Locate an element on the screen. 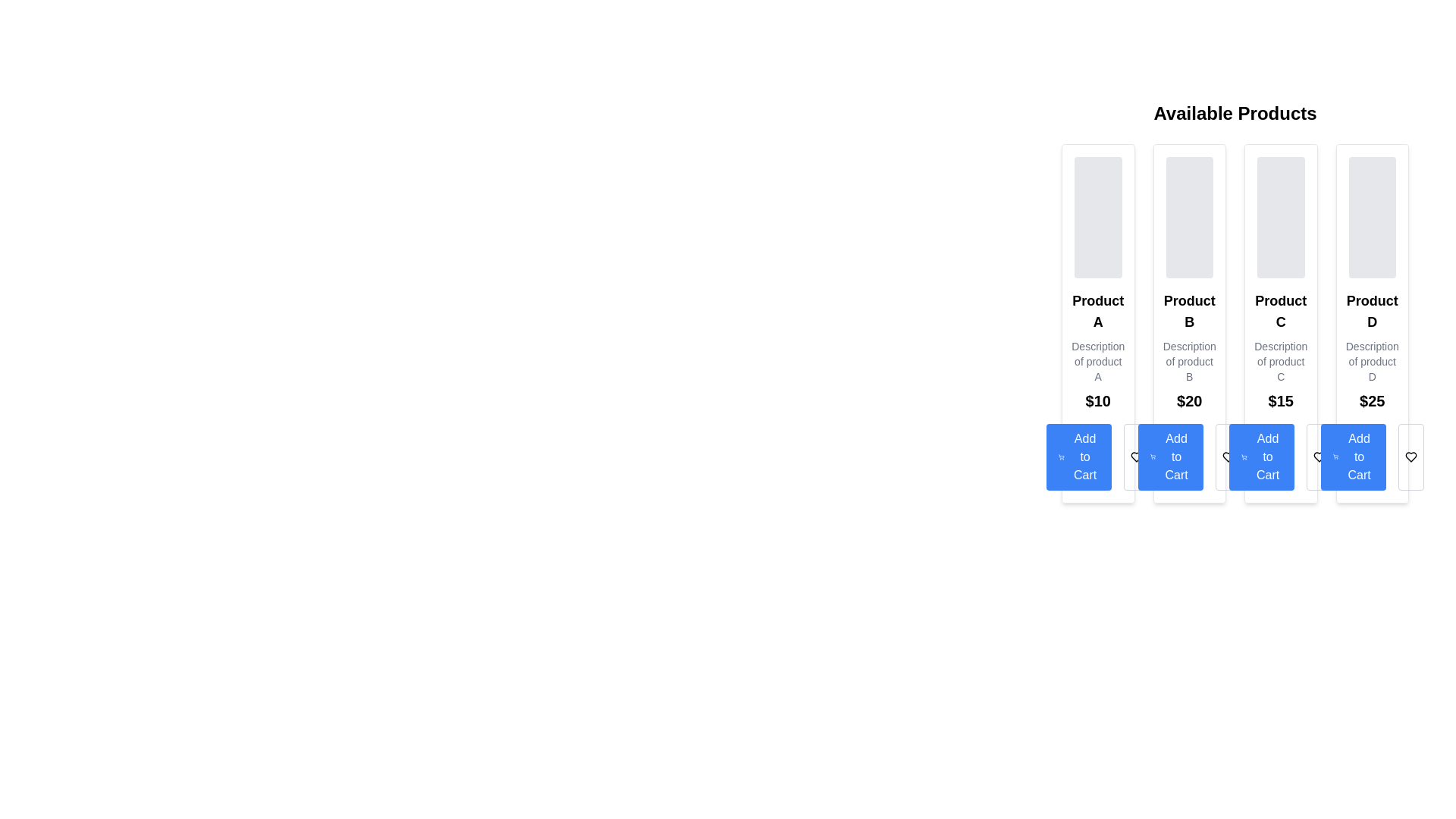 This screenshot has width=1456, height=819. the 'Add to Cart' button for 'Product D' is located at coordinates (1372, 456).